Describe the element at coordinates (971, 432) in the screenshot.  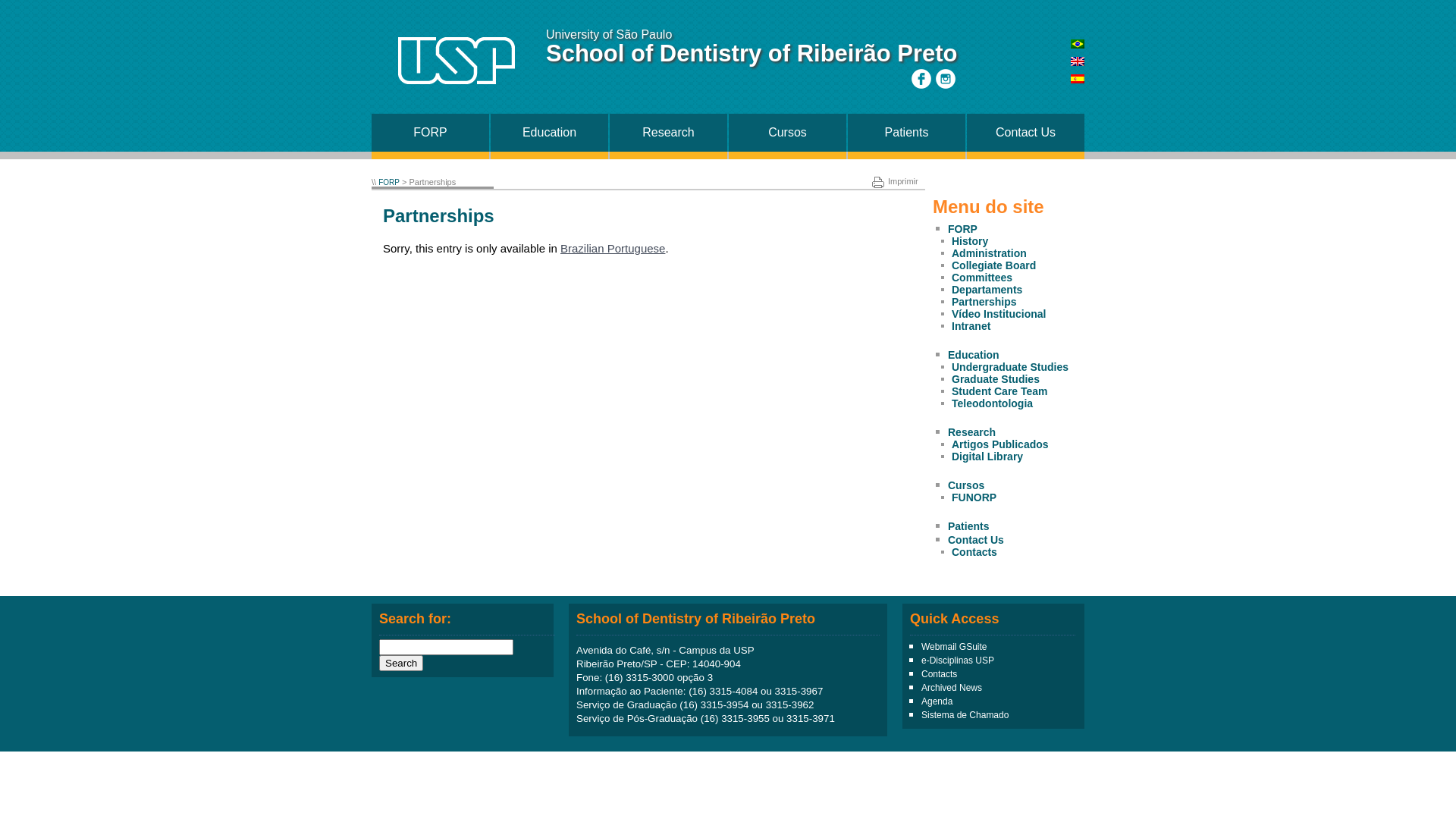
I see `'Research'` at that location.